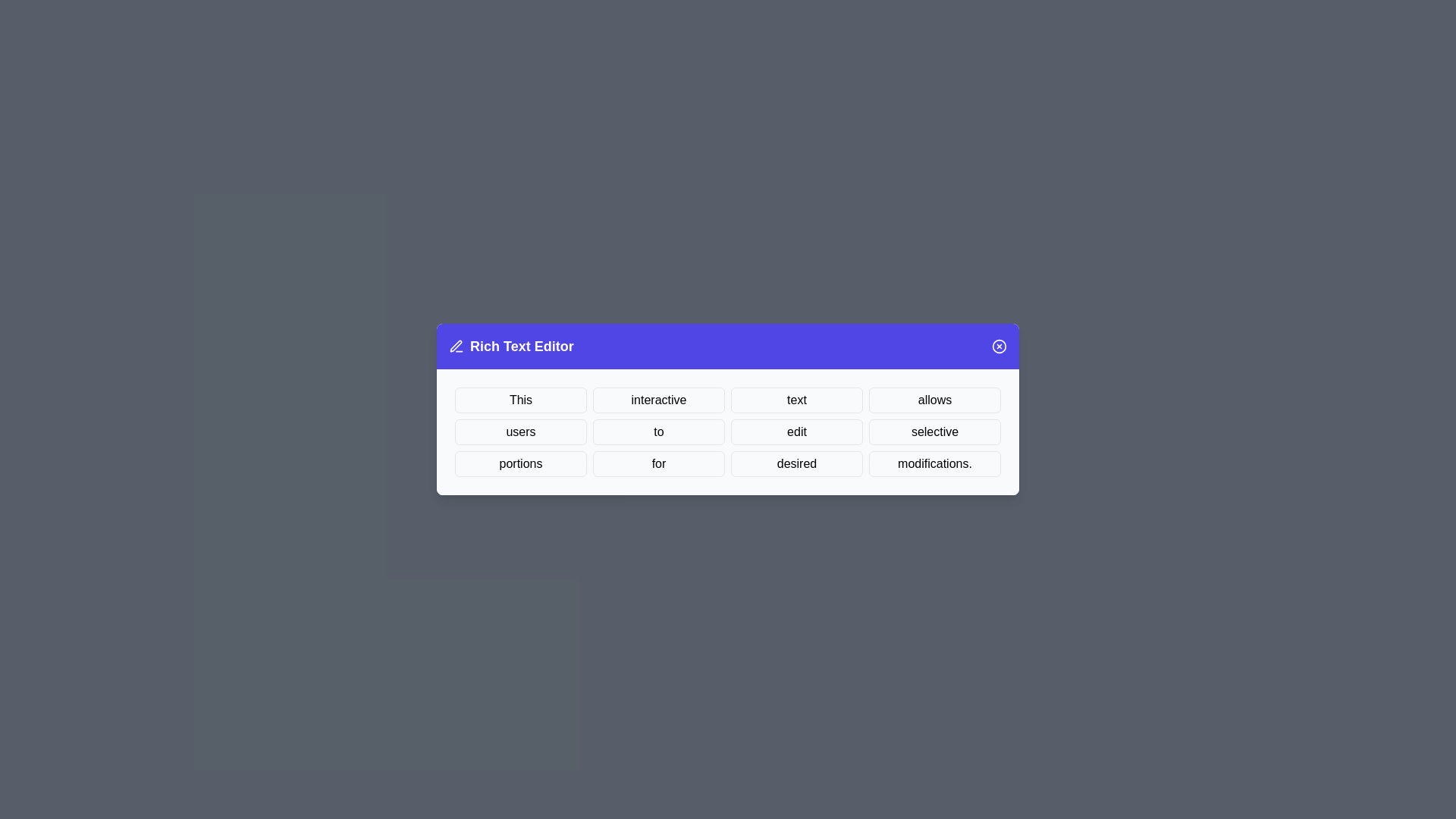  What do you see at coordinates (999, 346) in the screenshot?
I see `the close button to close the dialog` at bounding box center [999, 346].